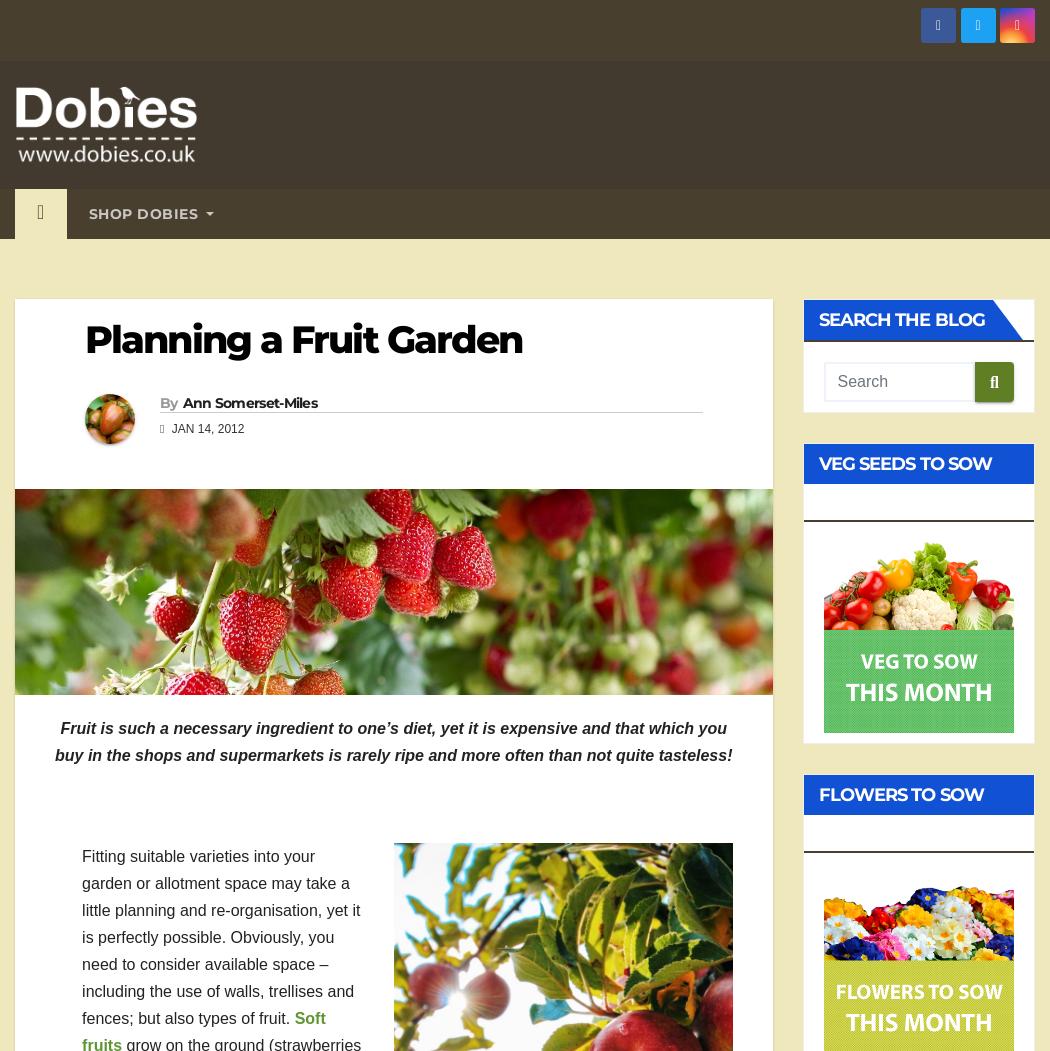  I want to click on 'Fruit is such a necessary ingredient to one’s diet, yet it is expensive and that which you buy in the shops and supermarkets is rarely ripe and more often than not quite tasteless!', so click(393, 741).